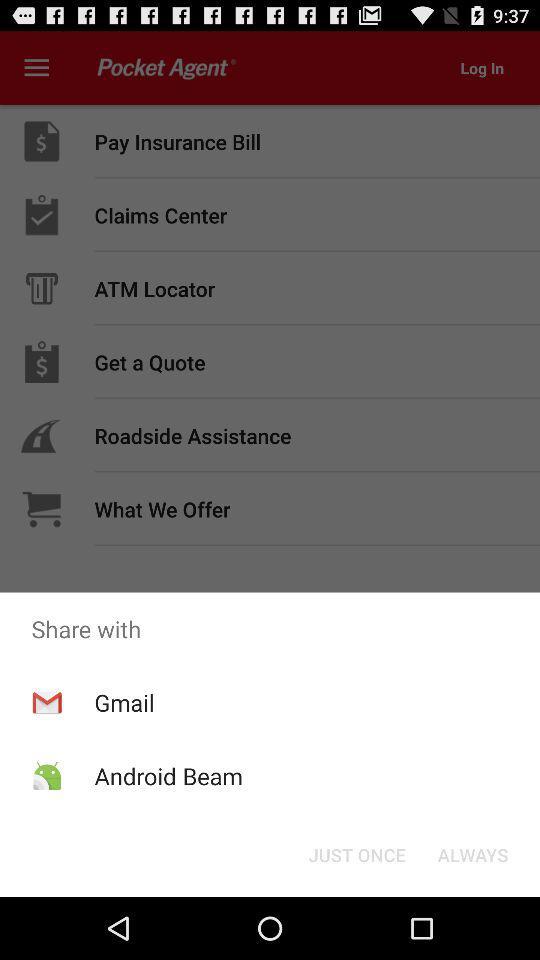 The height and width of the screenshot is (960, 540). Describe the element at coordinates (124, 702) in the screenshot. I see `the gmail item` at that location.